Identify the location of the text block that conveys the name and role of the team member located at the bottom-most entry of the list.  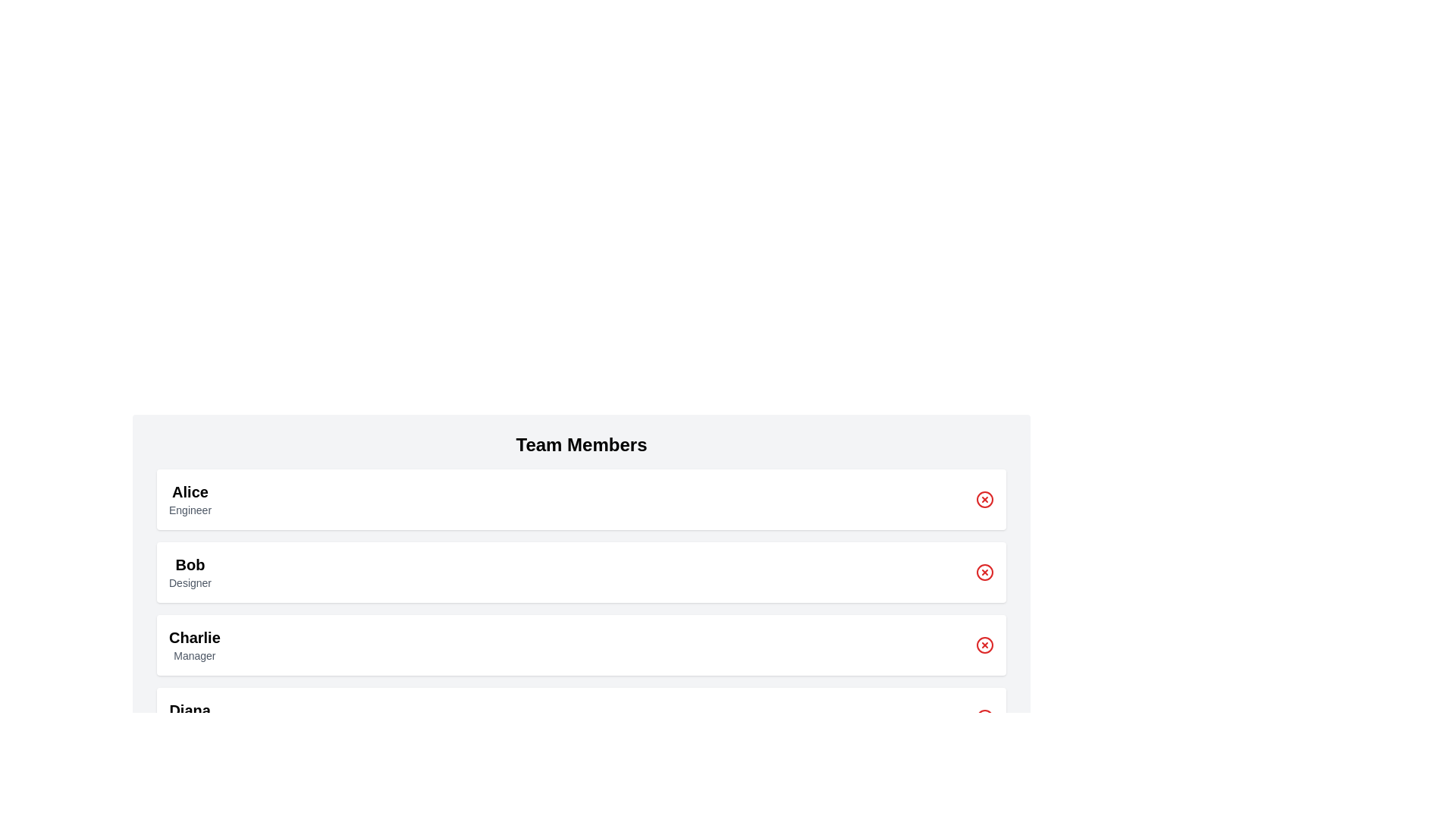
(189, 717).